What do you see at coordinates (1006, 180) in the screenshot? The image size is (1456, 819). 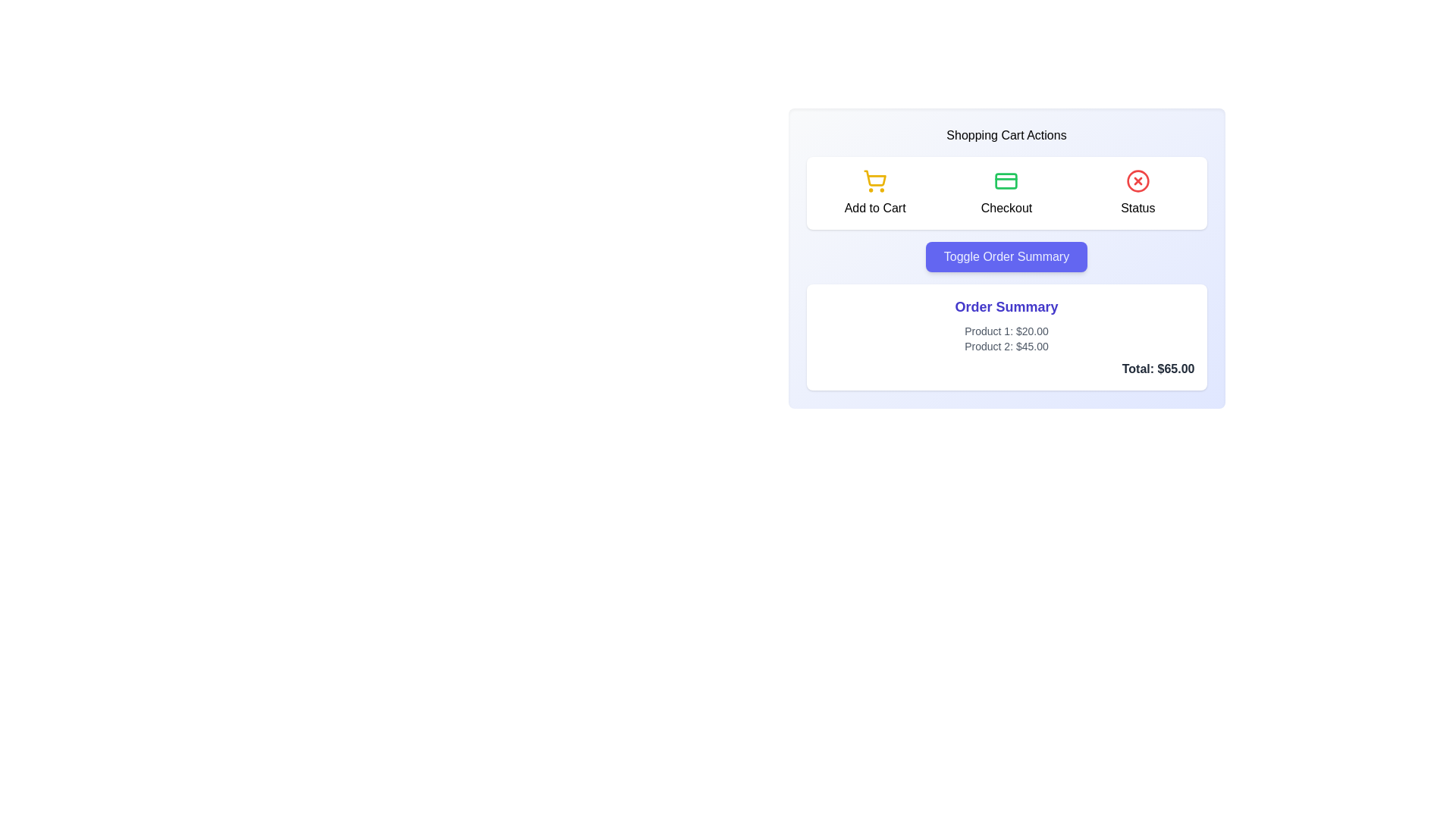 I see `the small rectangular component with rounded corners that is part of the credit card icon within the 'Checkout' button` at bounding box center [1006, 180].